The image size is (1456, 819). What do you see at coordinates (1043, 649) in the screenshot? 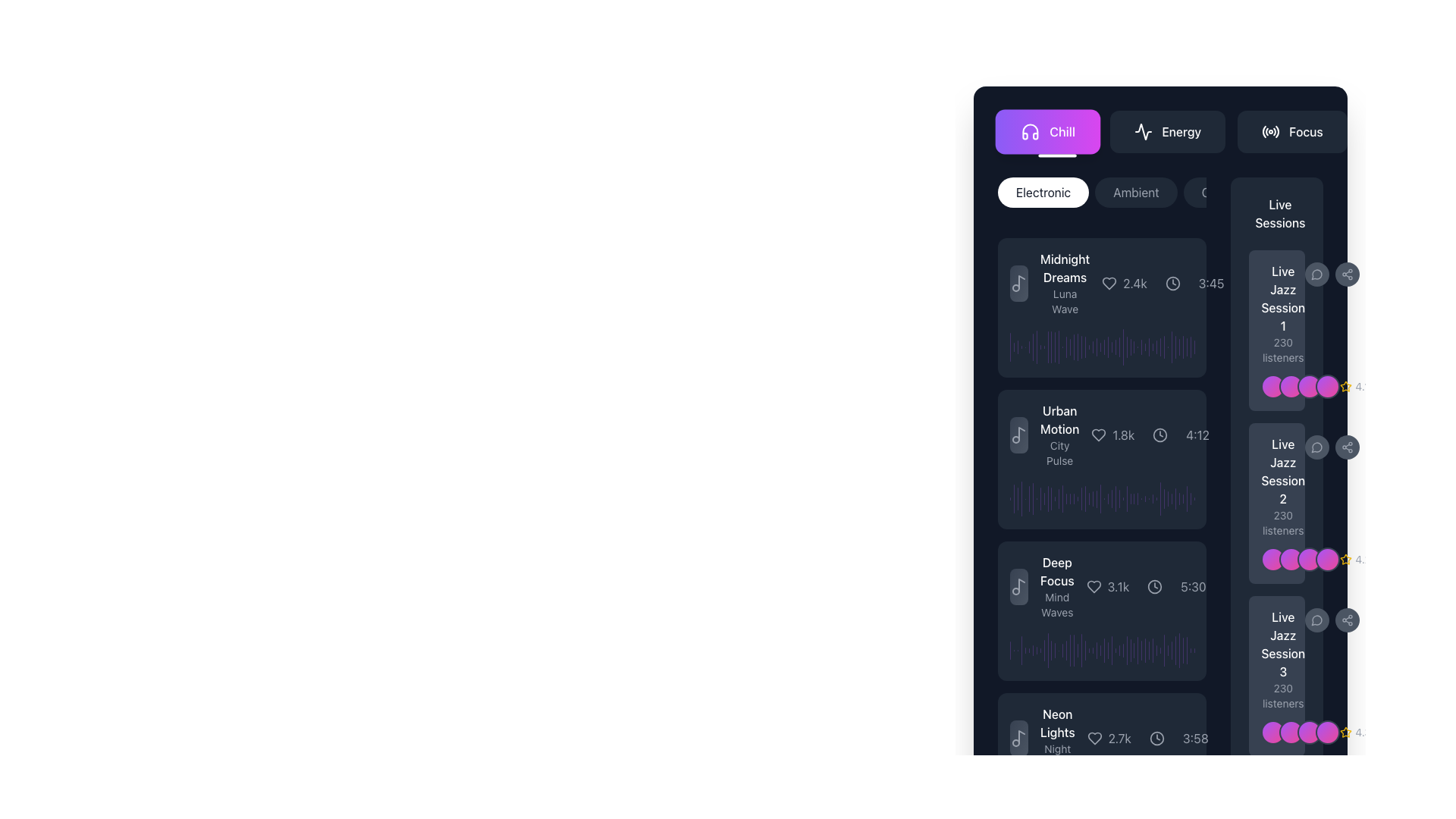
I see `the visual details of the graphical vertical bar that represents audio waveform visualization or activity level display, positioned among similar vertical bars in the music player's UI` at bounding box center [1043, 649].